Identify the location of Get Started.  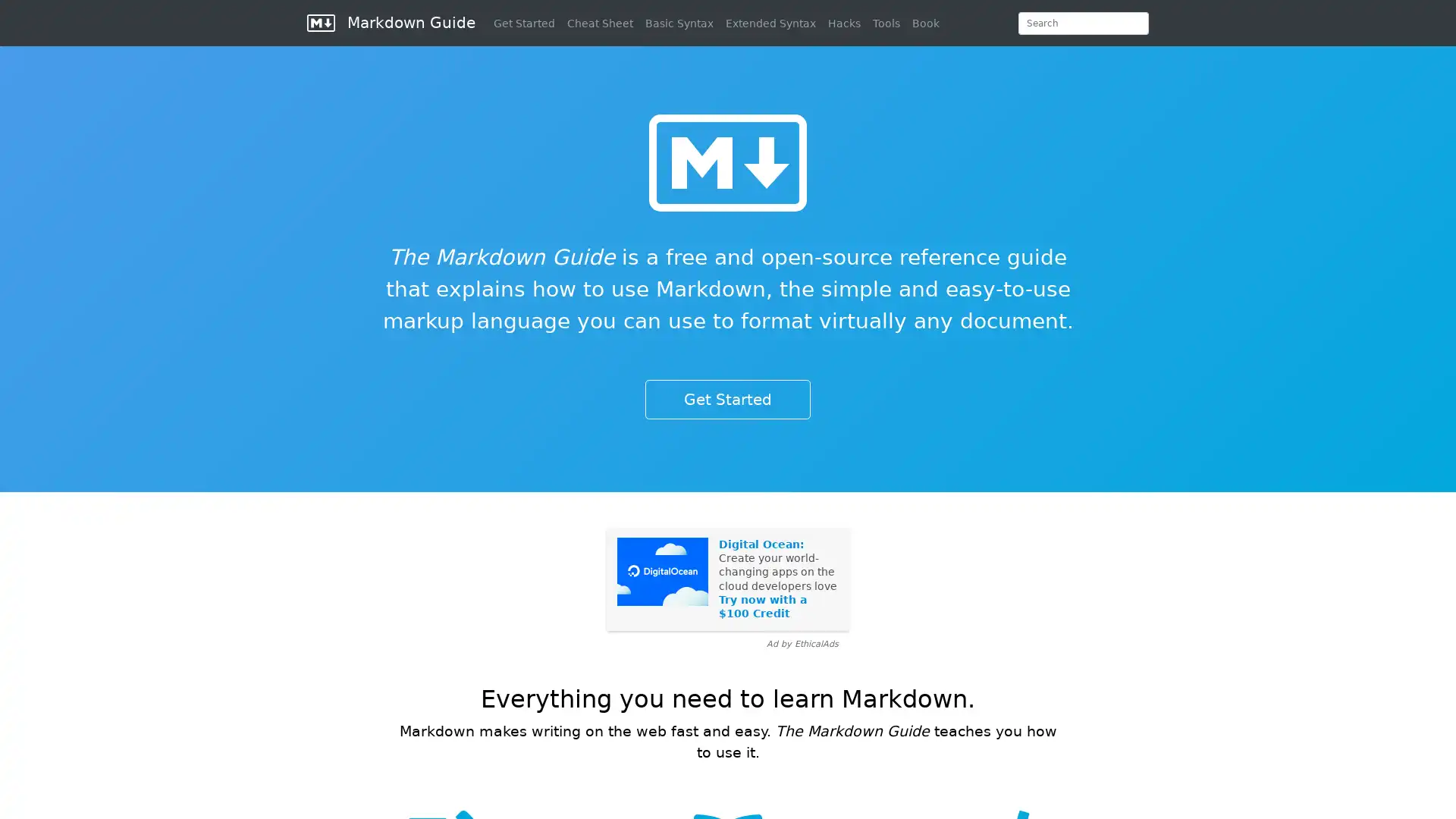
(728, 399).